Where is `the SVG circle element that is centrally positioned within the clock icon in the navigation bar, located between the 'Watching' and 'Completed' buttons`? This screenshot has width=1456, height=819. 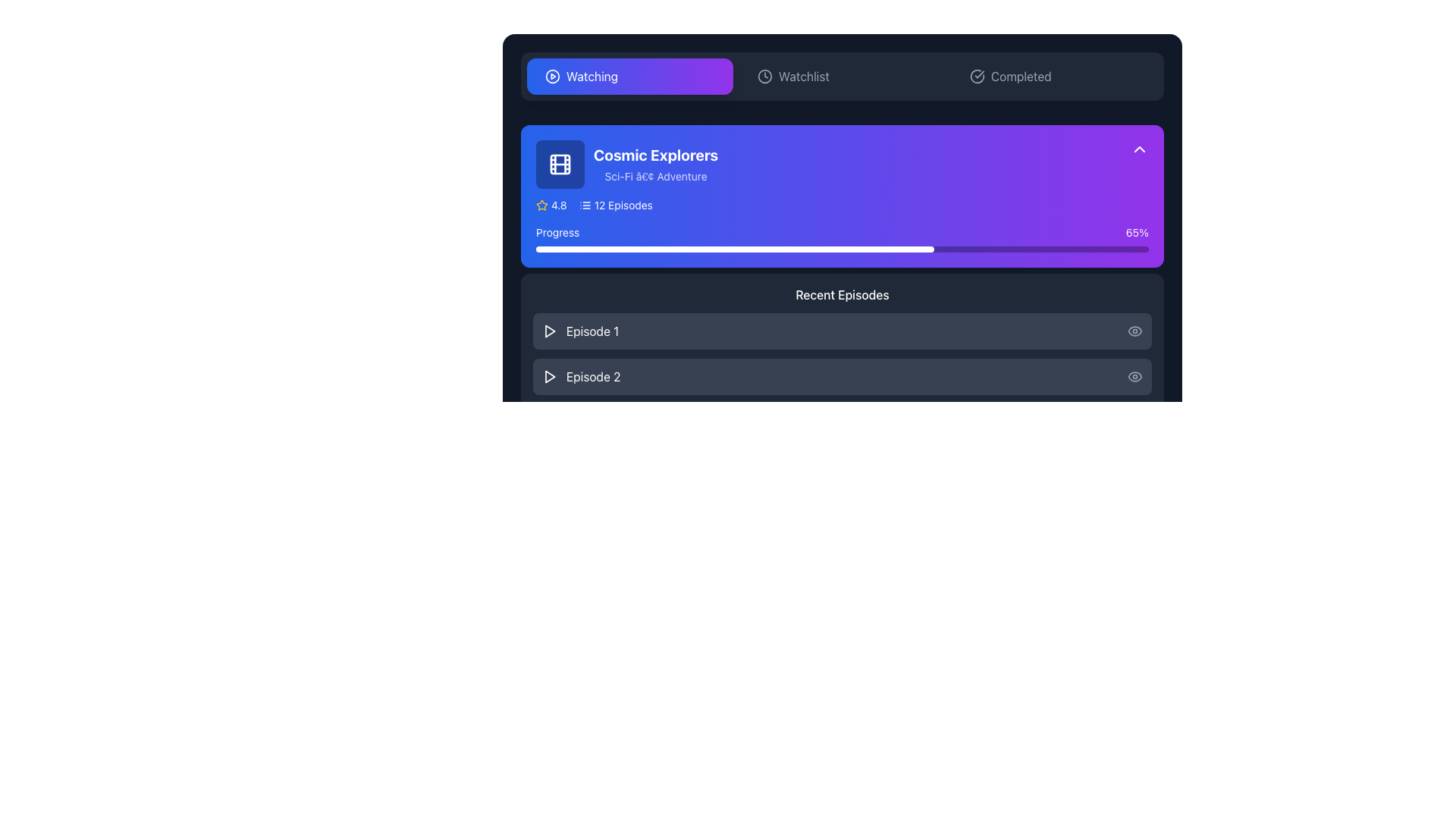 the SVG circle element that is centrally positioned within the clock icon in the navigation bar, located between the 'Watching' and 'Completed' buttons is located at coordinates (764, 76).